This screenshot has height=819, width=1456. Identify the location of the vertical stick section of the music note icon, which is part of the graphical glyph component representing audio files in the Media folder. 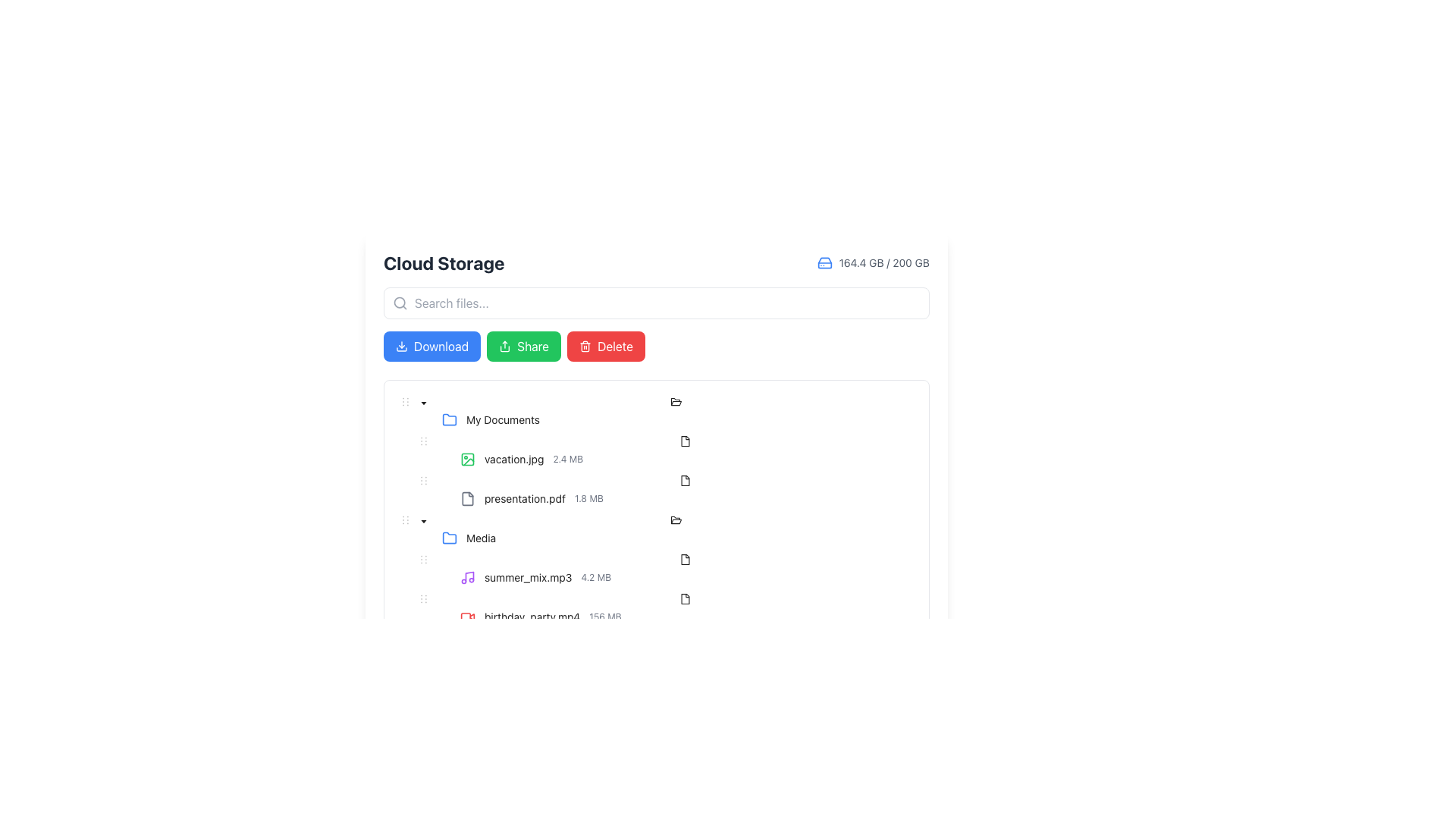
(469, 576).